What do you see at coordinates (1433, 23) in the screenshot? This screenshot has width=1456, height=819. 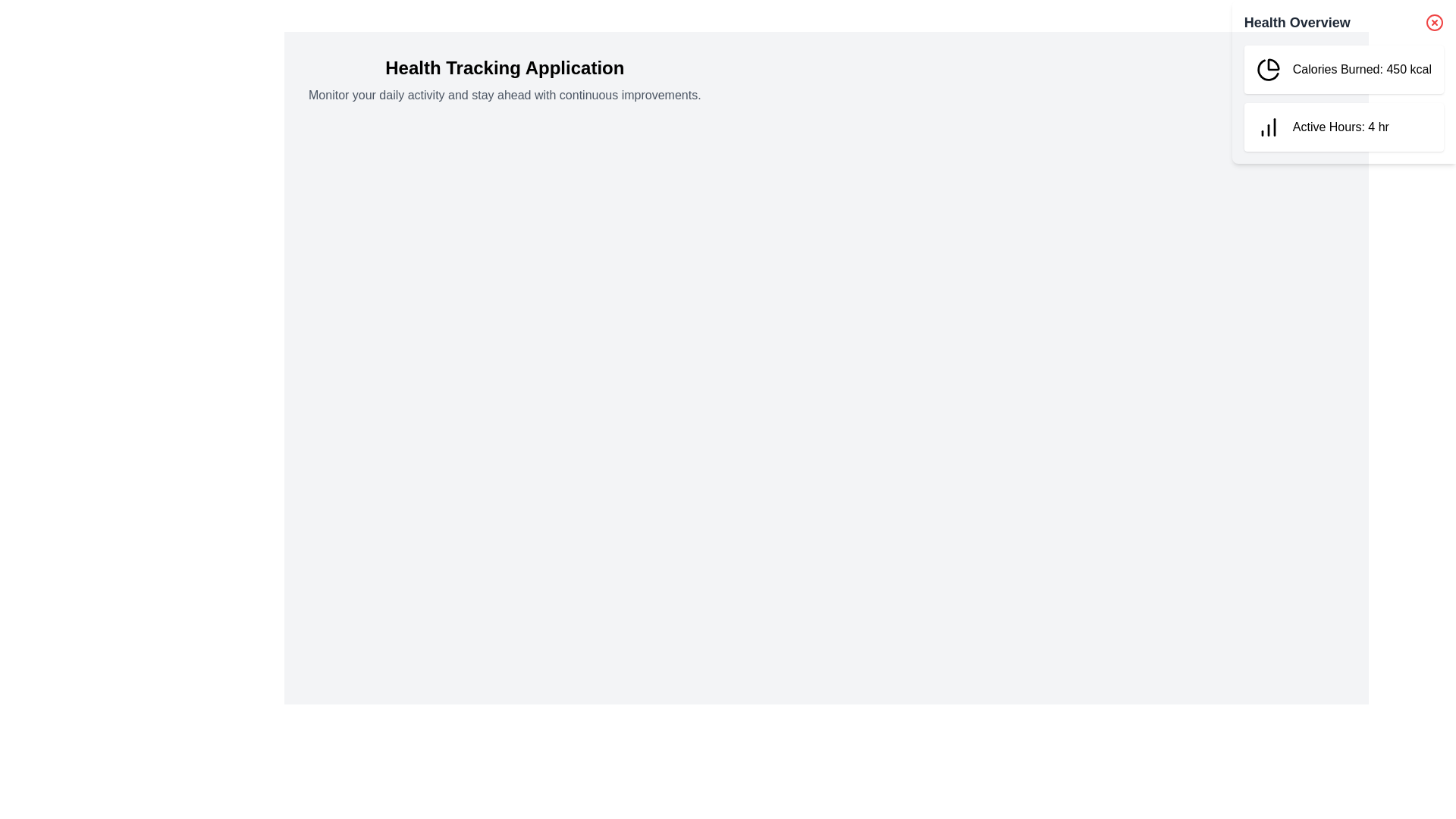 I see `the circular decorative element of the close button icon located in the top-right corner of the Health Overview panel` at bounding box center [1433, 23].